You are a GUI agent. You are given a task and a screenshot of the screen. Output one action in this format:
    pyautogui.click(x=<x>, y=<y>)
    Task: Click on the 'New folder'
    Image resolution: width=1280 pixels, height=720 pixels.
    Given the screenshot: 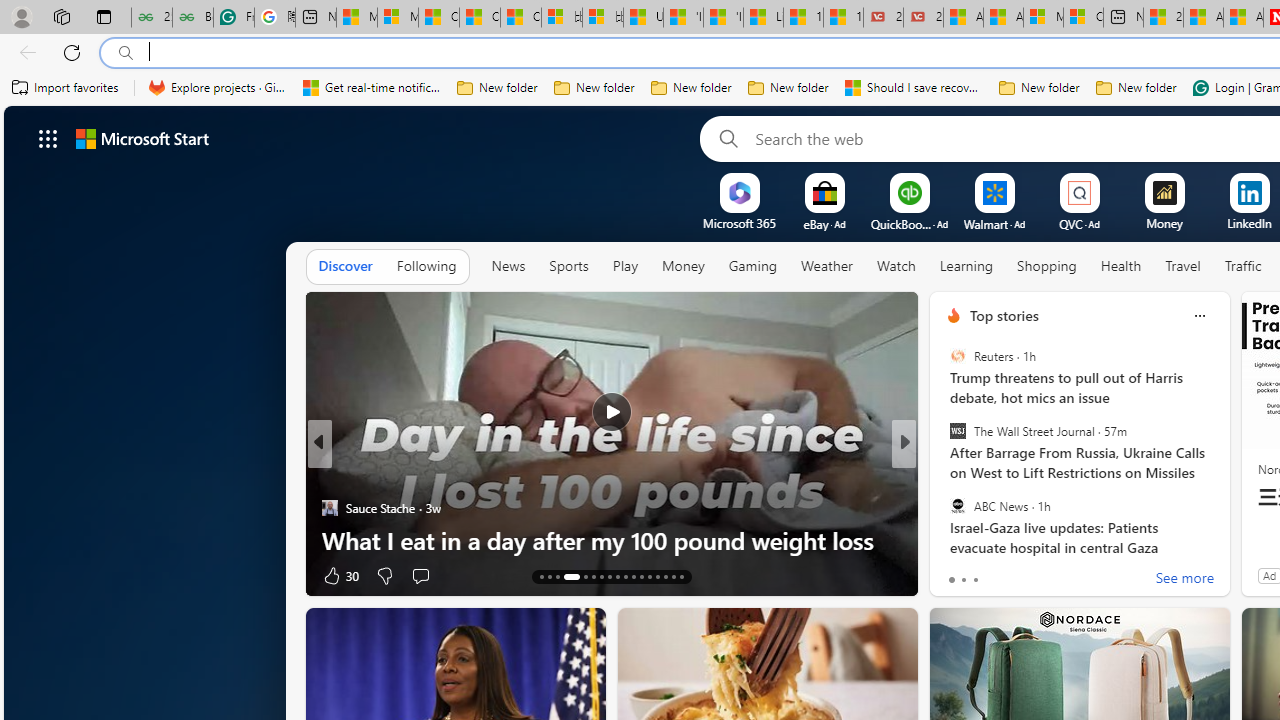 What is the action you would take?
    pyautogui.click(x=1136, y=87)
    